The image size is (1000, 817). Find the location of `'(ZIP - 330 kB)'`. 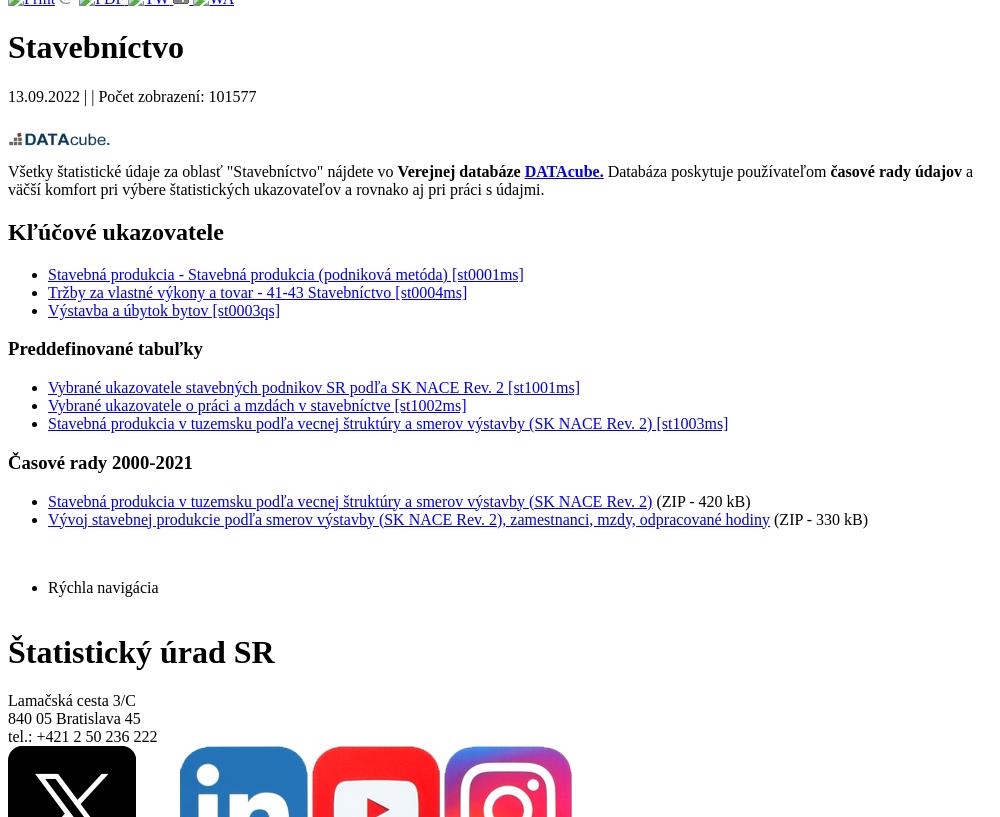

'(ZIP - 330 kB)' is located at coordinates (818, 517).